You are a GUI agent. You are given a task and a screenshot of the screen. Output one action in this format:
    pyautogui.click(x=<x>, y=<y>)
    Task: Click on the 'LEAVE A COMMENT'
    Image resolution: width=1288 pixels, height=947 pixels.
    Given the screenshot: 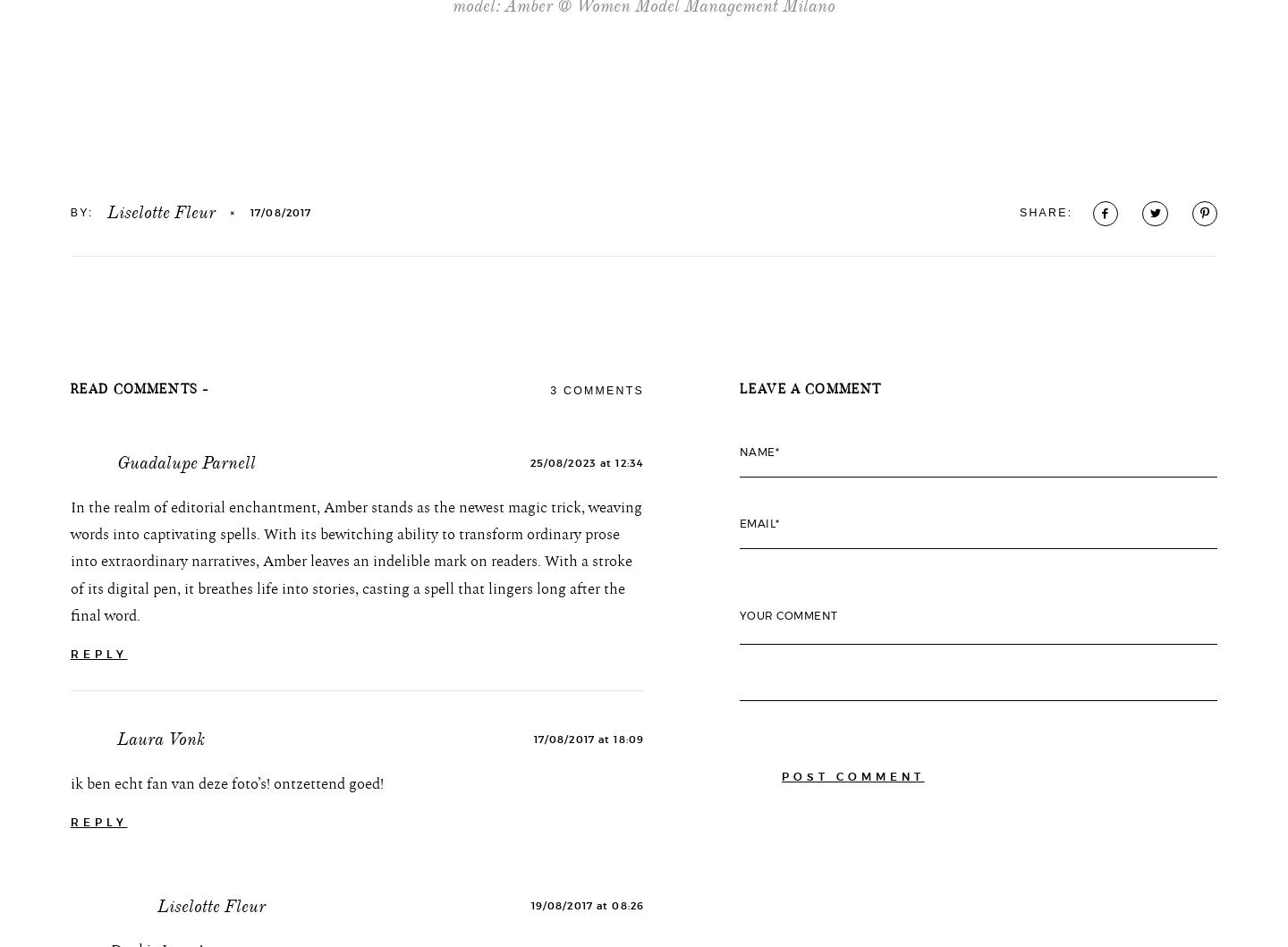 What is the action you would take?
    pyautogui.click(x=809, y=510)
    